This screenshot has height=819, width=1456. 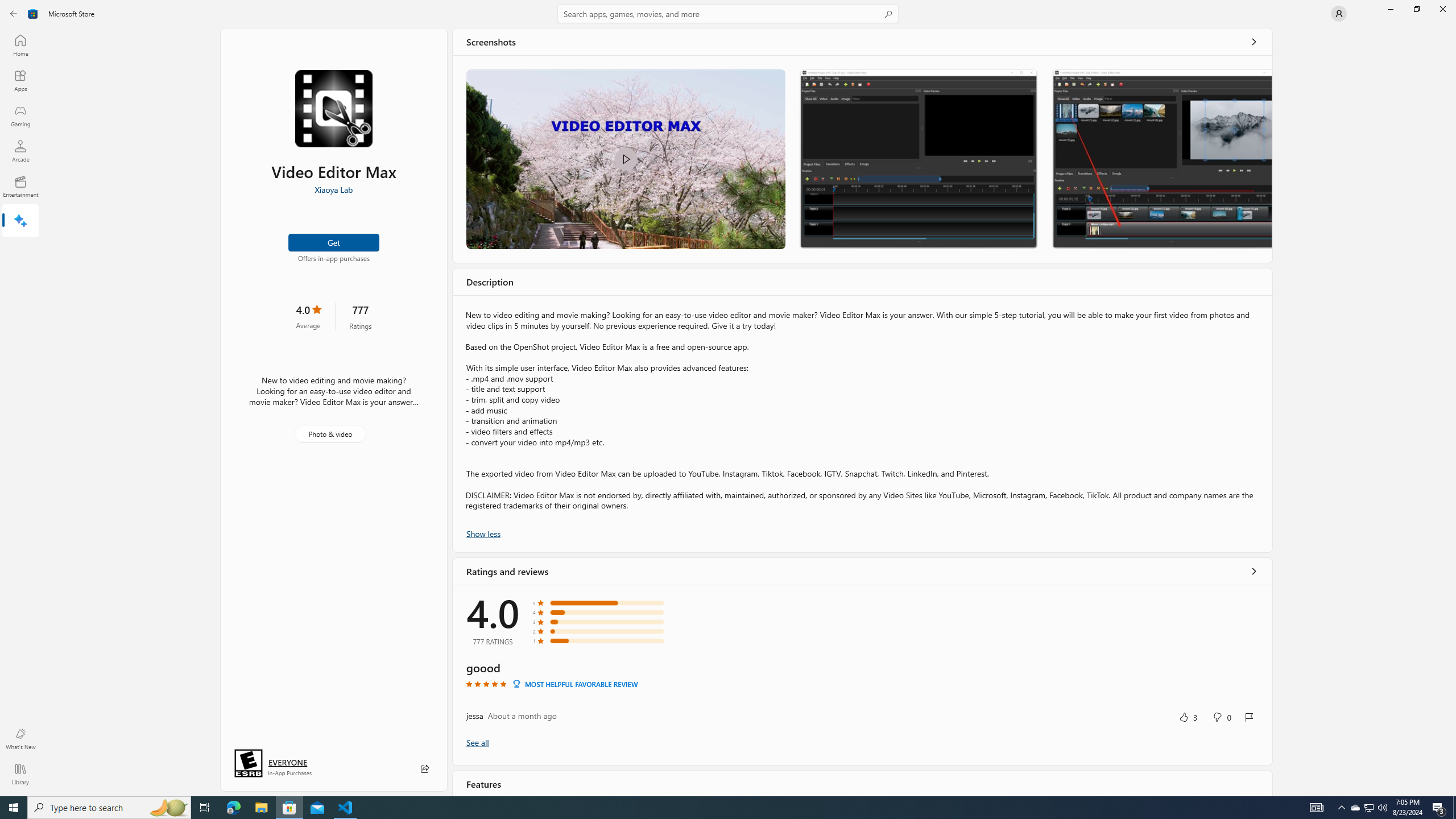 I want to click on 'Gaming', so click(x=19, y=115).